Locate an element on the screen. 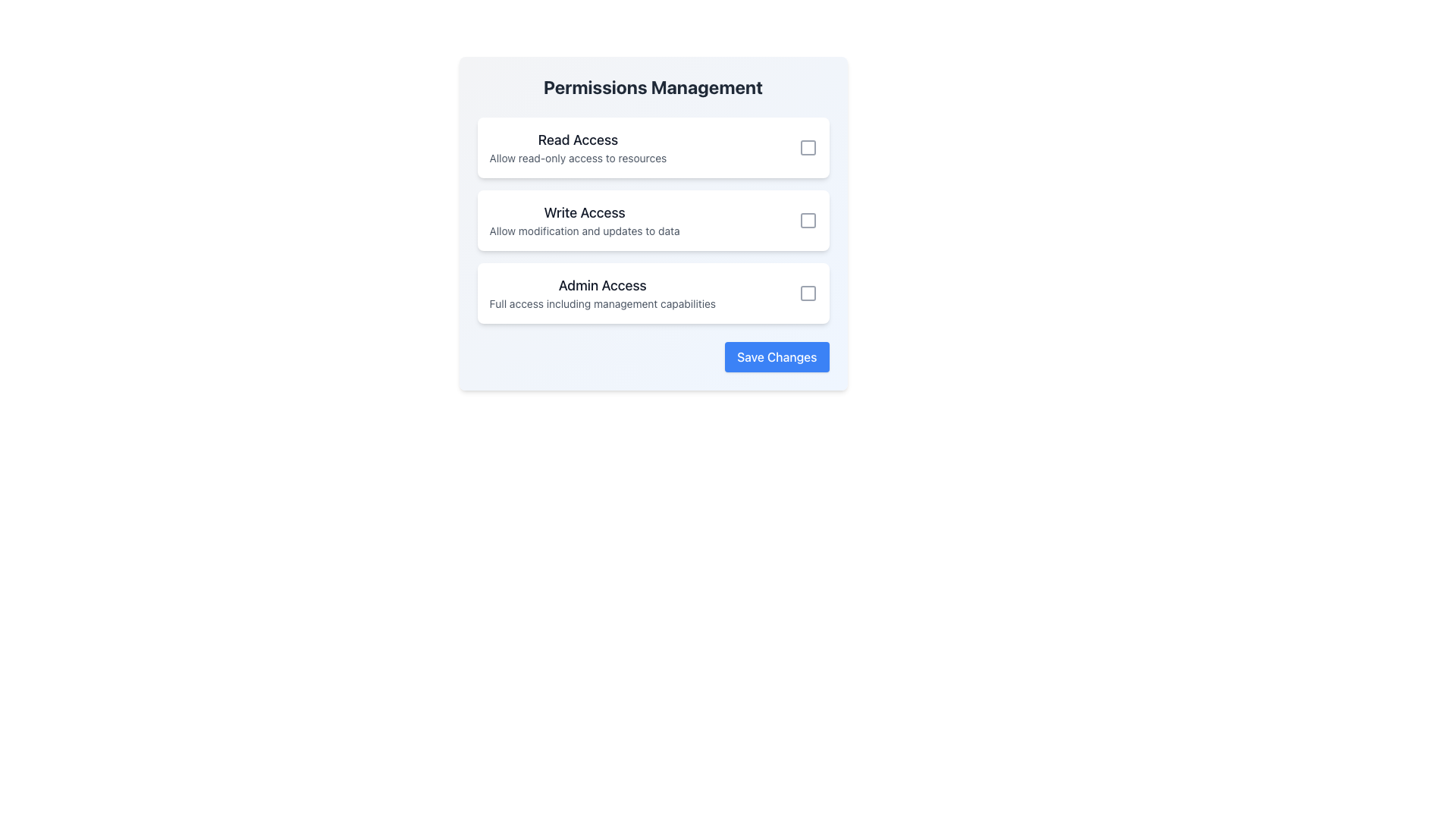  text block element titled 'Write Access' which contains a bold title and a supporting description in gray text is located at coordinates (584, 220).